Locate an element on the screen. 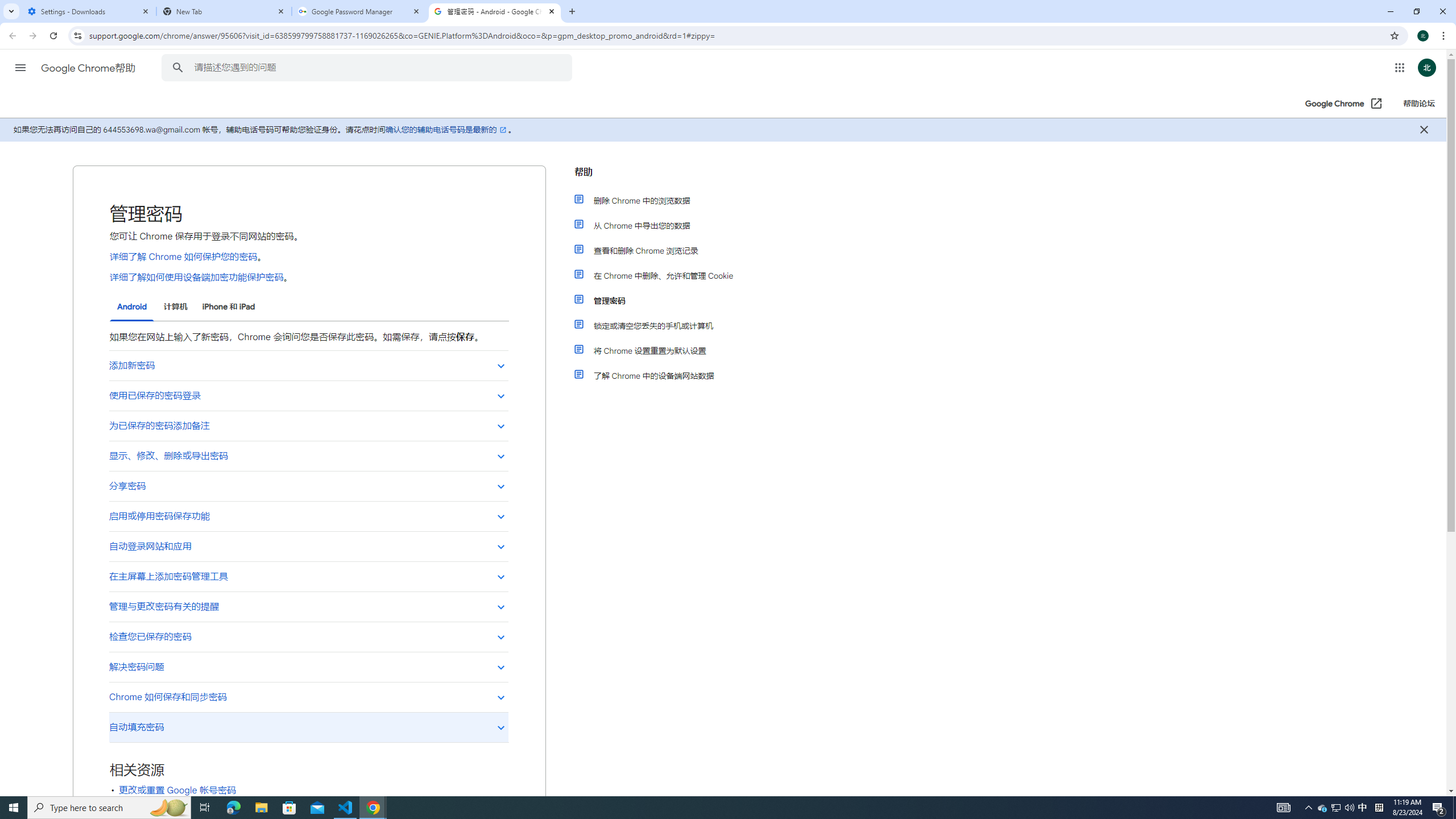 The image size is (1456, 819). 'Settings - Downloads' is located at coordinates (88, 11).